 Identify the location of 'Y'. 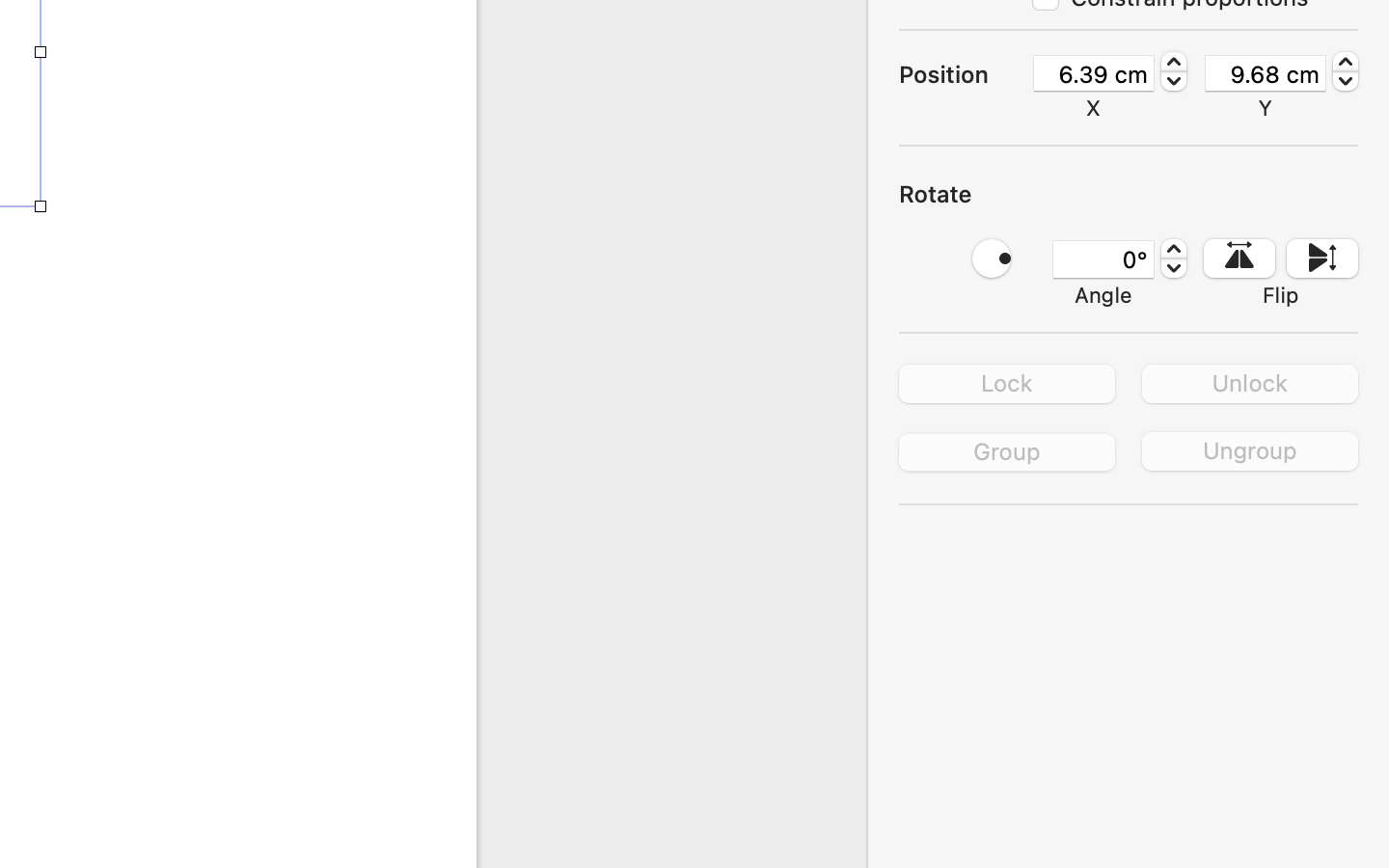
(1265, 106).